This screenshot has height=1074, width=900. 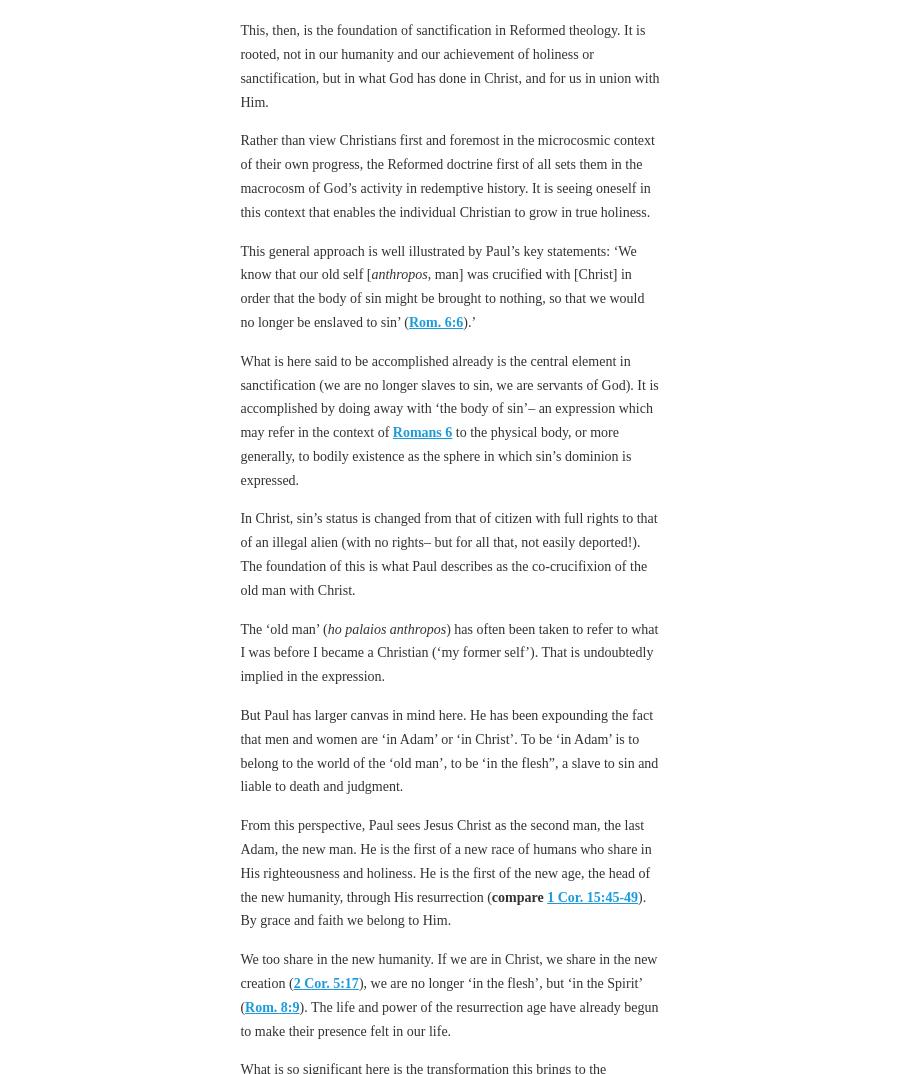 I want to click on 'We too share in the new humanity. If we are in Christ, we share in the new creation (', so click(x=448, y=970).